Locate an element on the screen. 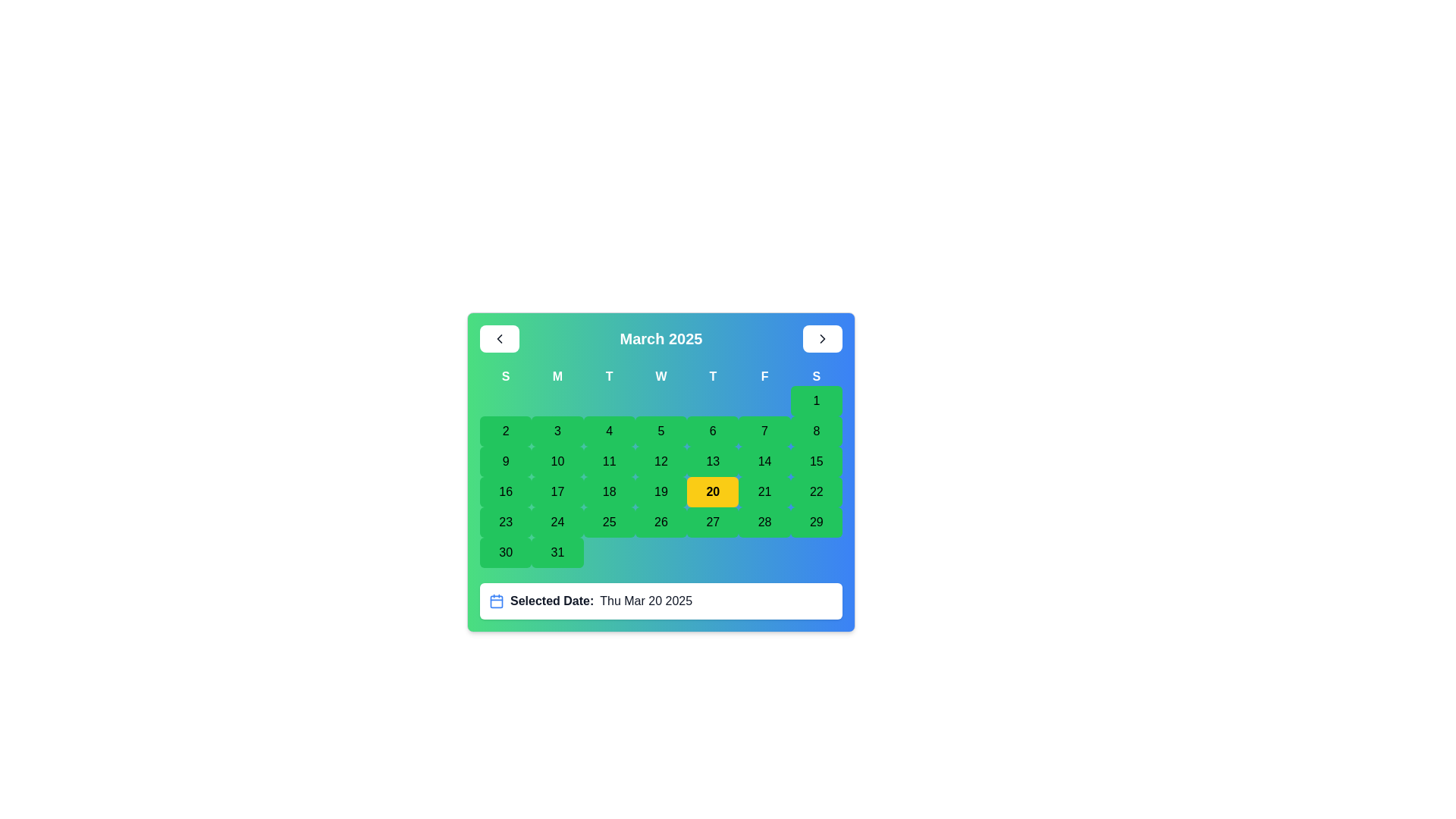 This screenshot has height=819, width=1456. the Label Row element that serves as the header for the calendar, labeling the days of the week, positioned below the 'March 2025' heading is located at coordinates (661, 376).